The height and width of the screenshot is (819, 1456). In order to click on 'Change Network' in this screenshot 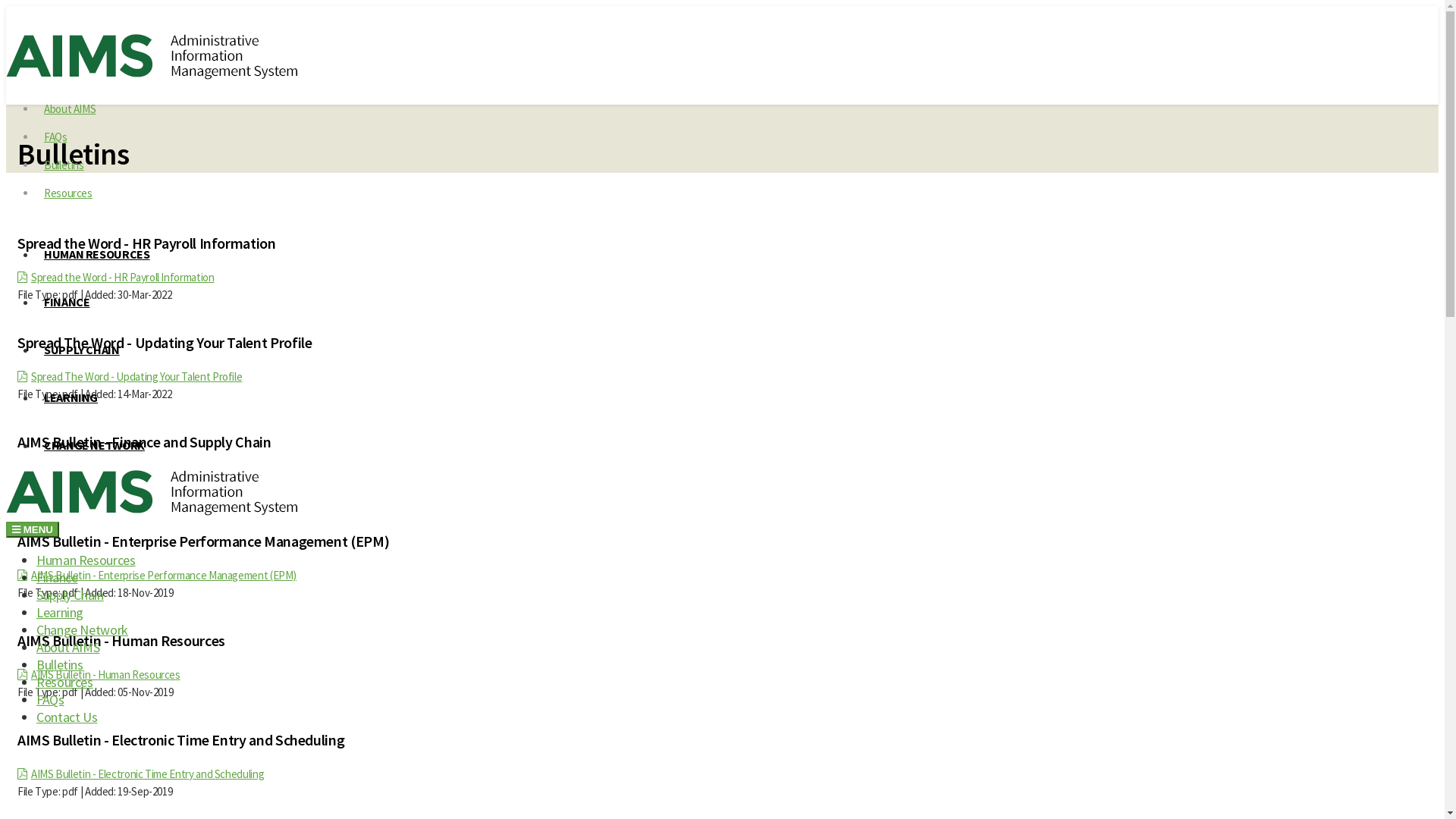, I will do `click(81, 629)`.